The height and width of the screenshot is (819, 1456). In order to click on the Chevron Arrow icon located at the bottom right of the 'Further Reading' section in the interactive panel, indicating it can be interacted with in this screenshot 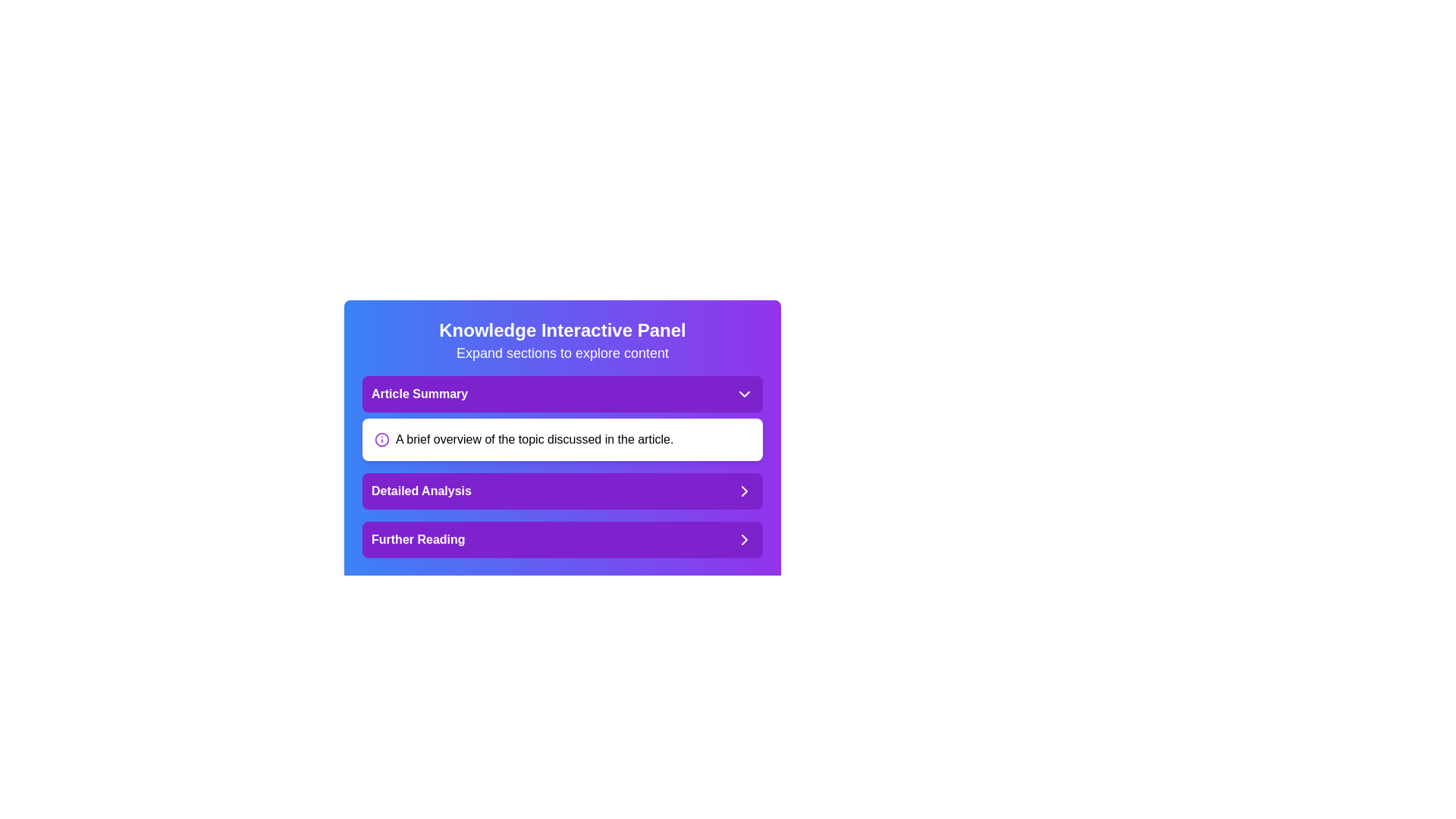, I will do `click(745, 539)`.